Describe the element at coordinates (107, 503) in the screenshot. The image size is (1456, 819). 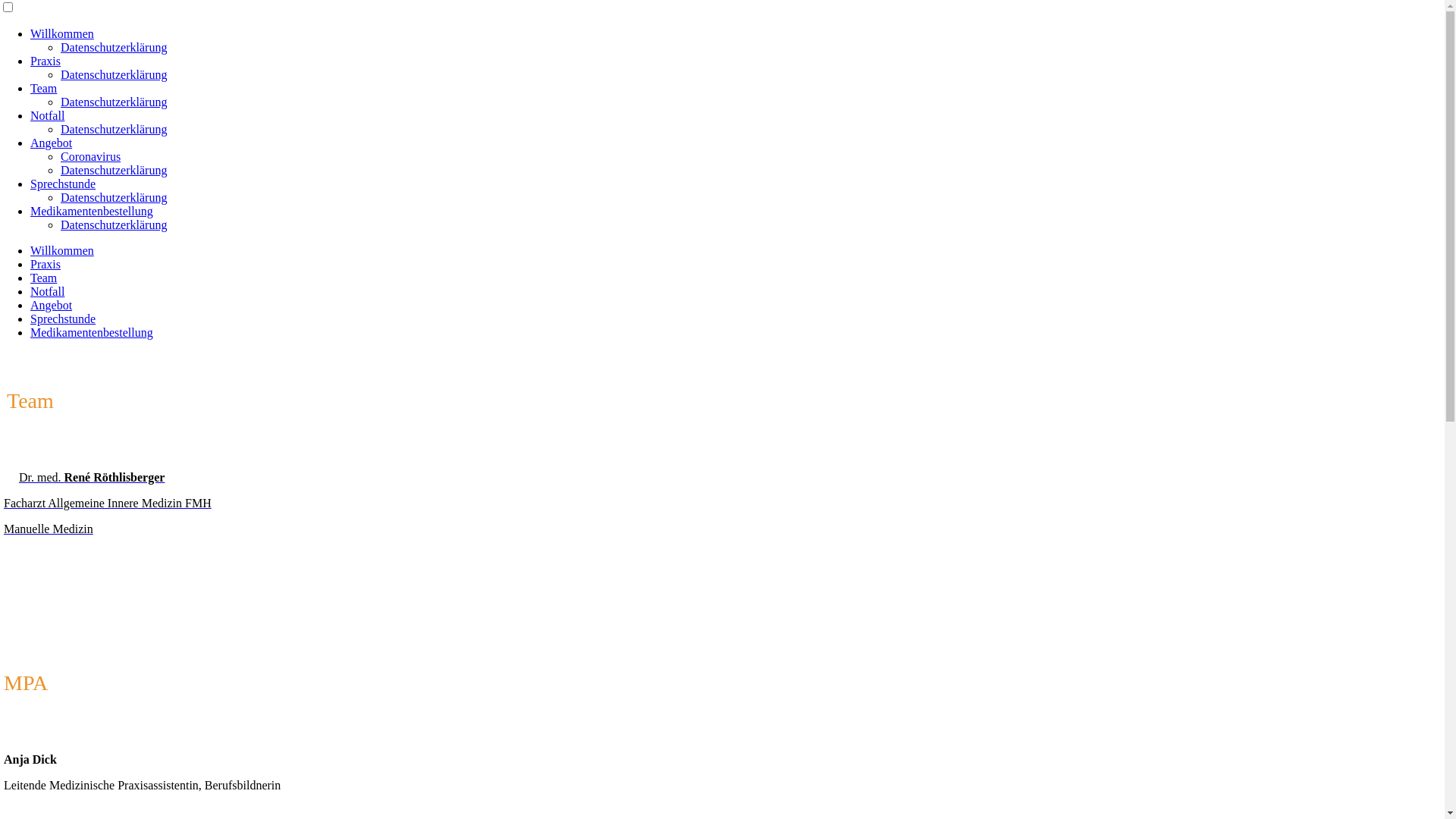
I see `'Facharzt Allgemeine Innere Medizin FMH'` at that location.